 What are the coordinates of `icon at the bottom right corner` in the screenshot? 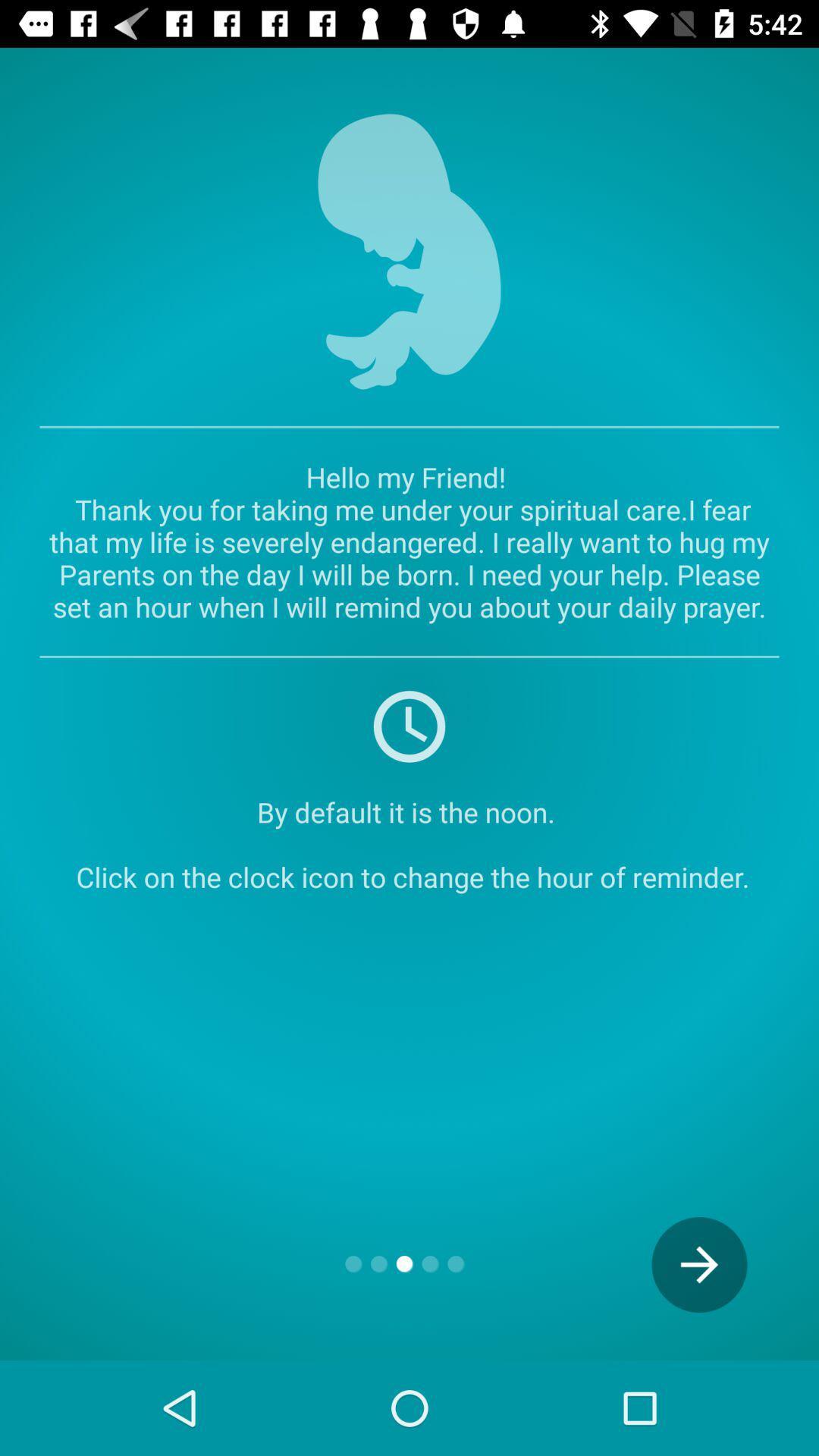 It's located at (699, 1265).